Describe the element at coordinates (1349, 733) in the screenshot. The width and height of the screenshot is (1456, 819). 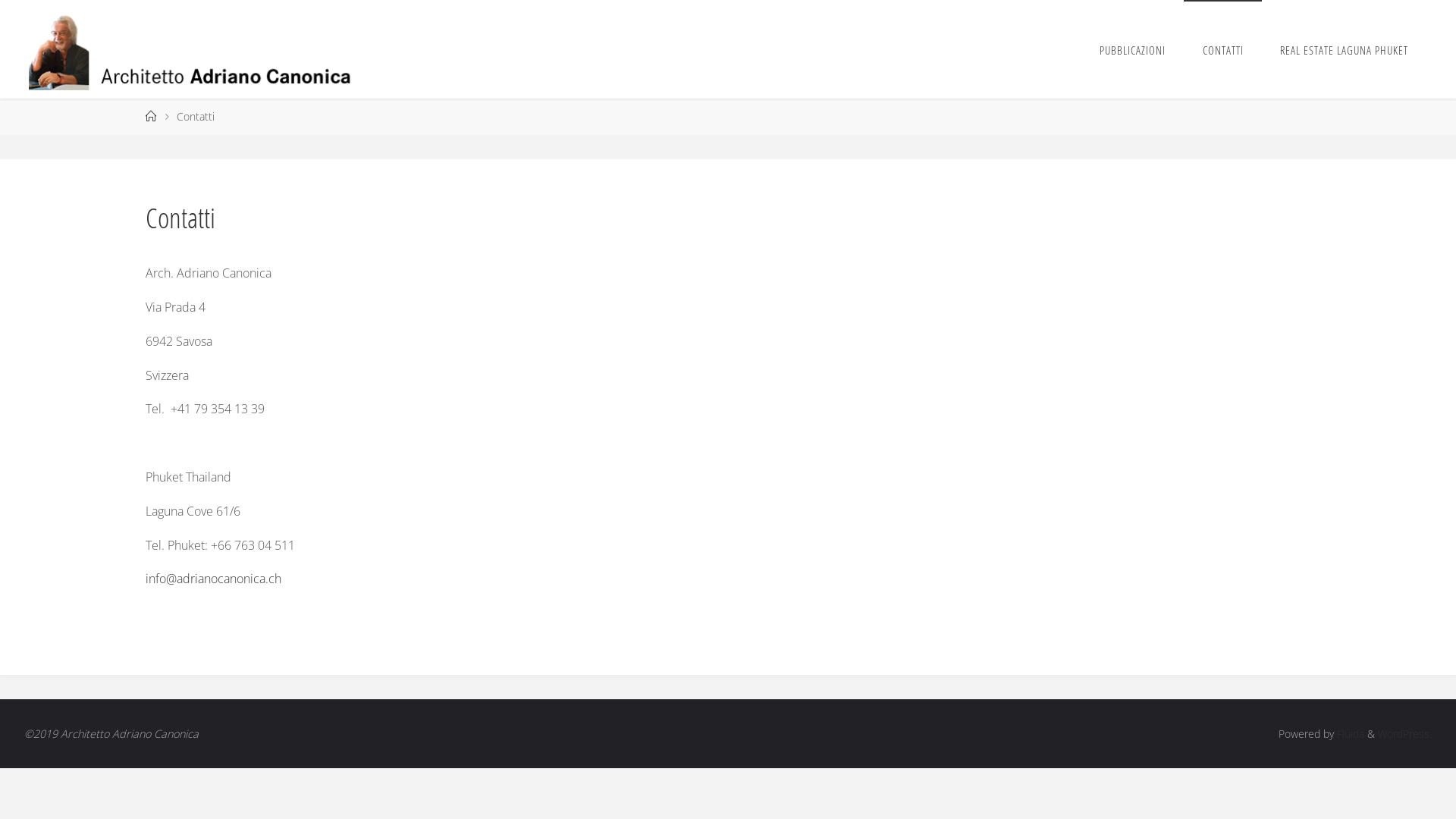
I see `'Fluida'` at that location.